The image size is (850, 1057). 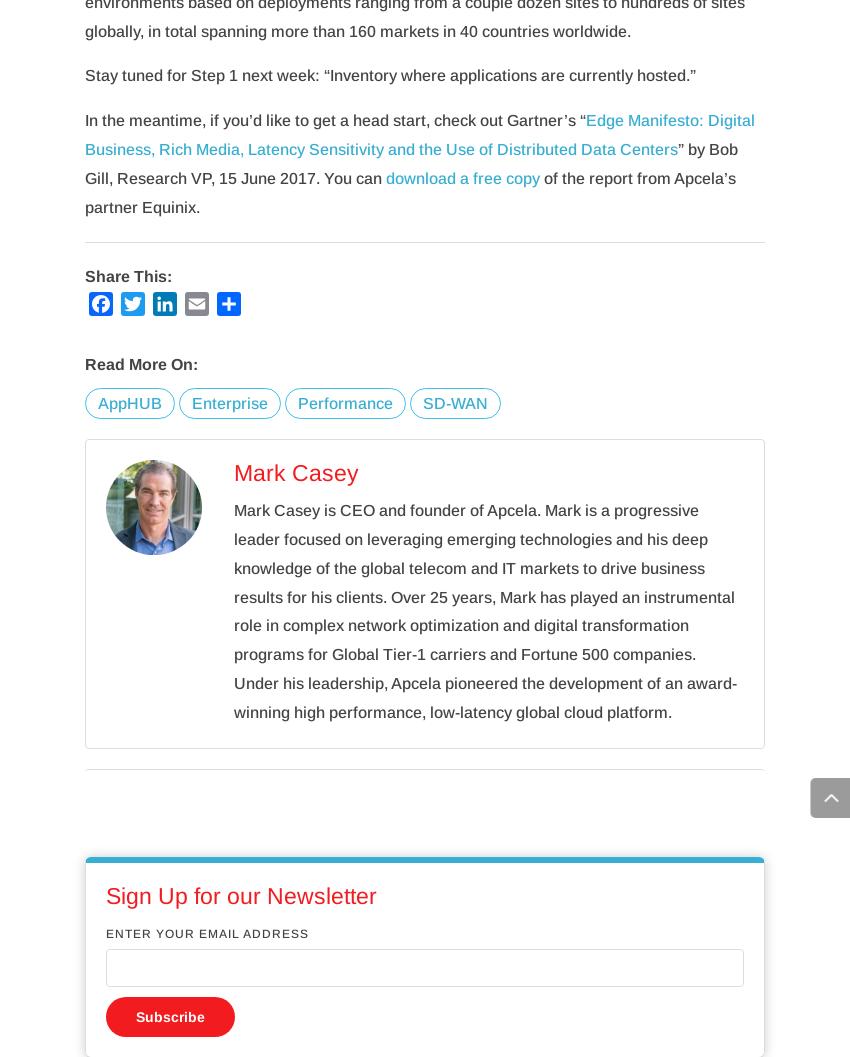 What do you see at coordinates (344, 401) in the screenshot?
I see `'Performance'` at bounding box center [344, 401].